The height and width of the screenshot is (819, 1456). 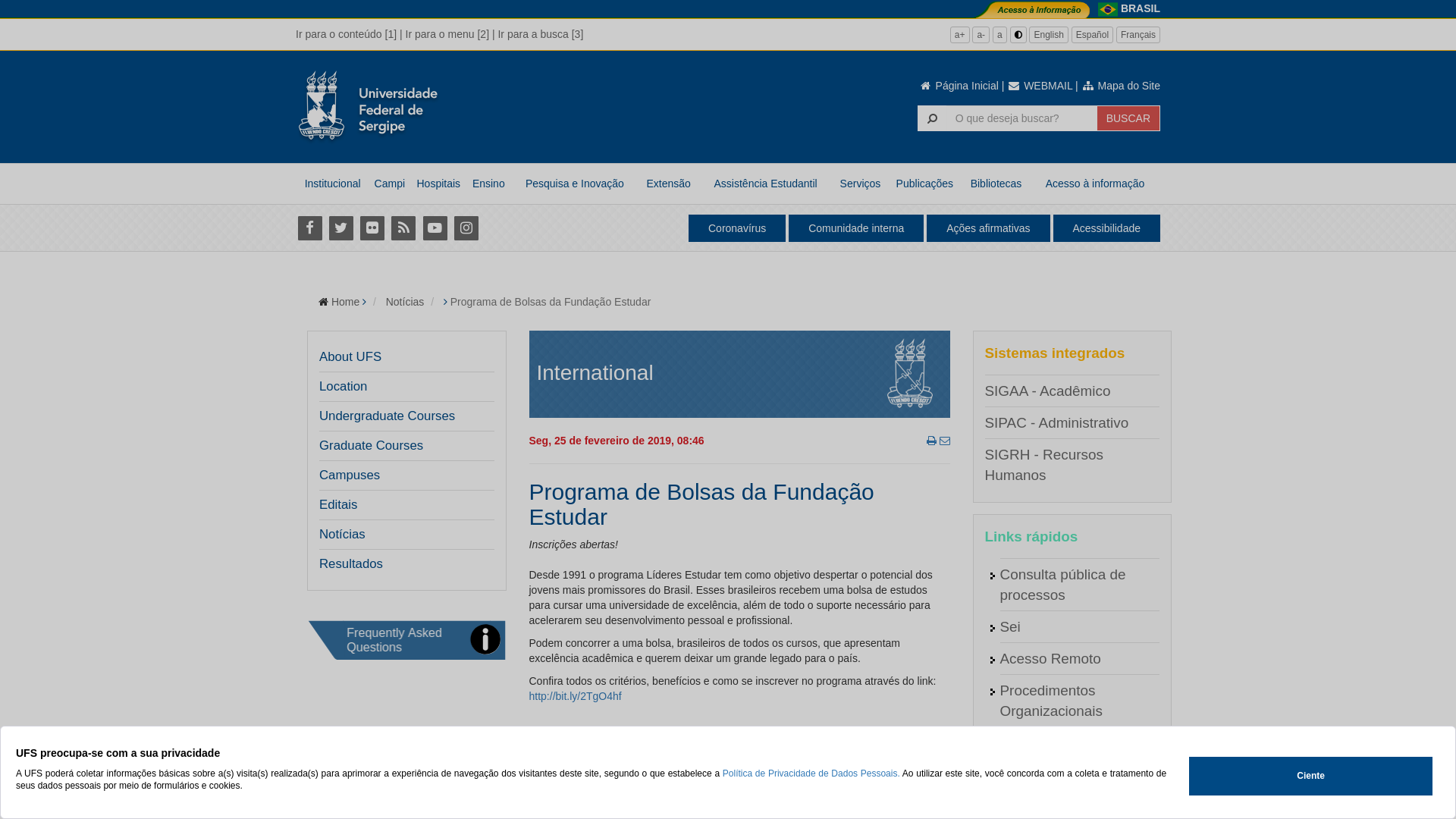 What do you see at coordinates (403, 227) in the screenshot?
I see `'RSS'` at bounding box center [403, 227].